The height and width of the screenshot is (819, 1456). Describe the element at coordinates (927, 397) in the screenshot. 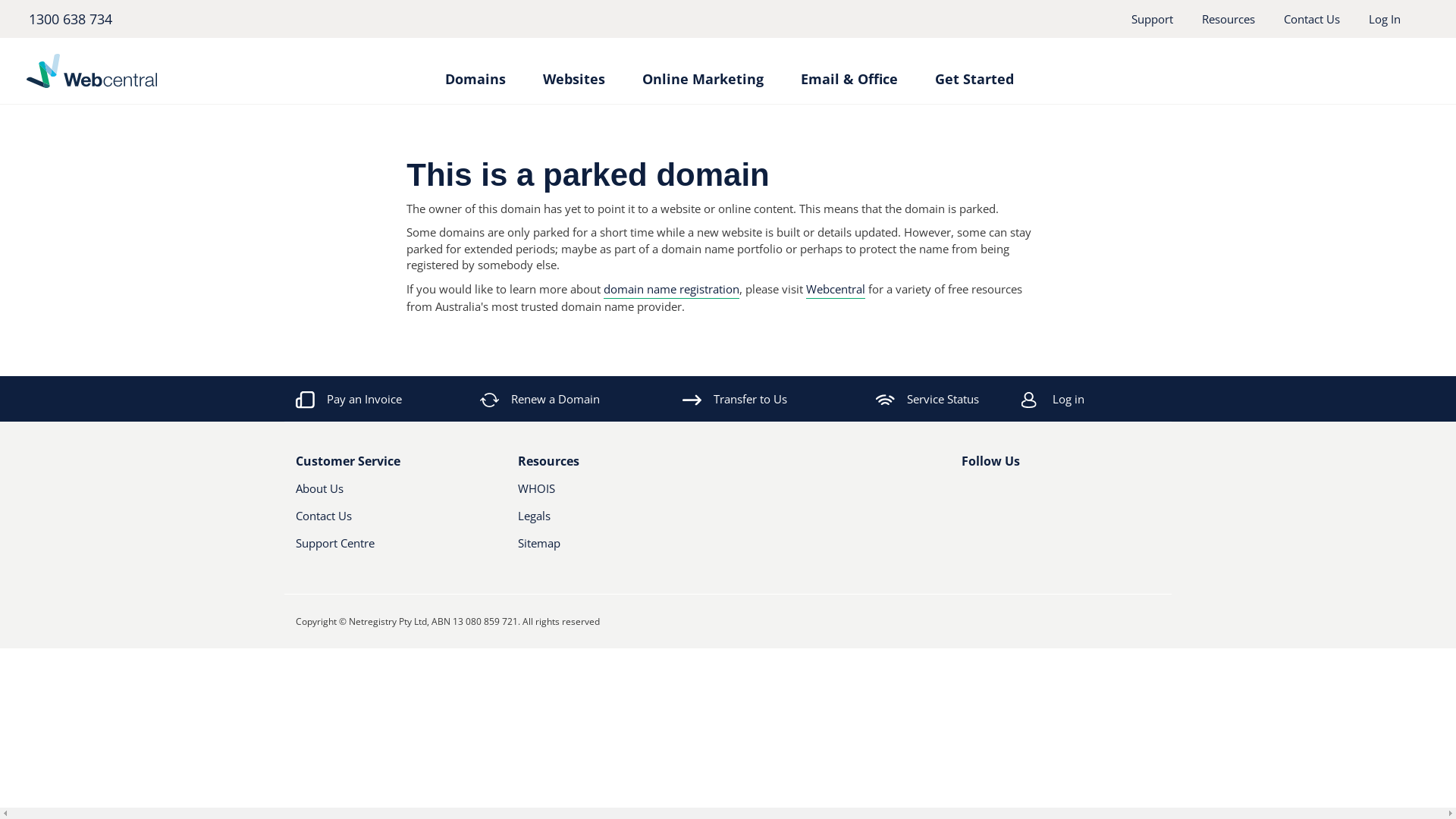

I see `'Service Status'` at that location.